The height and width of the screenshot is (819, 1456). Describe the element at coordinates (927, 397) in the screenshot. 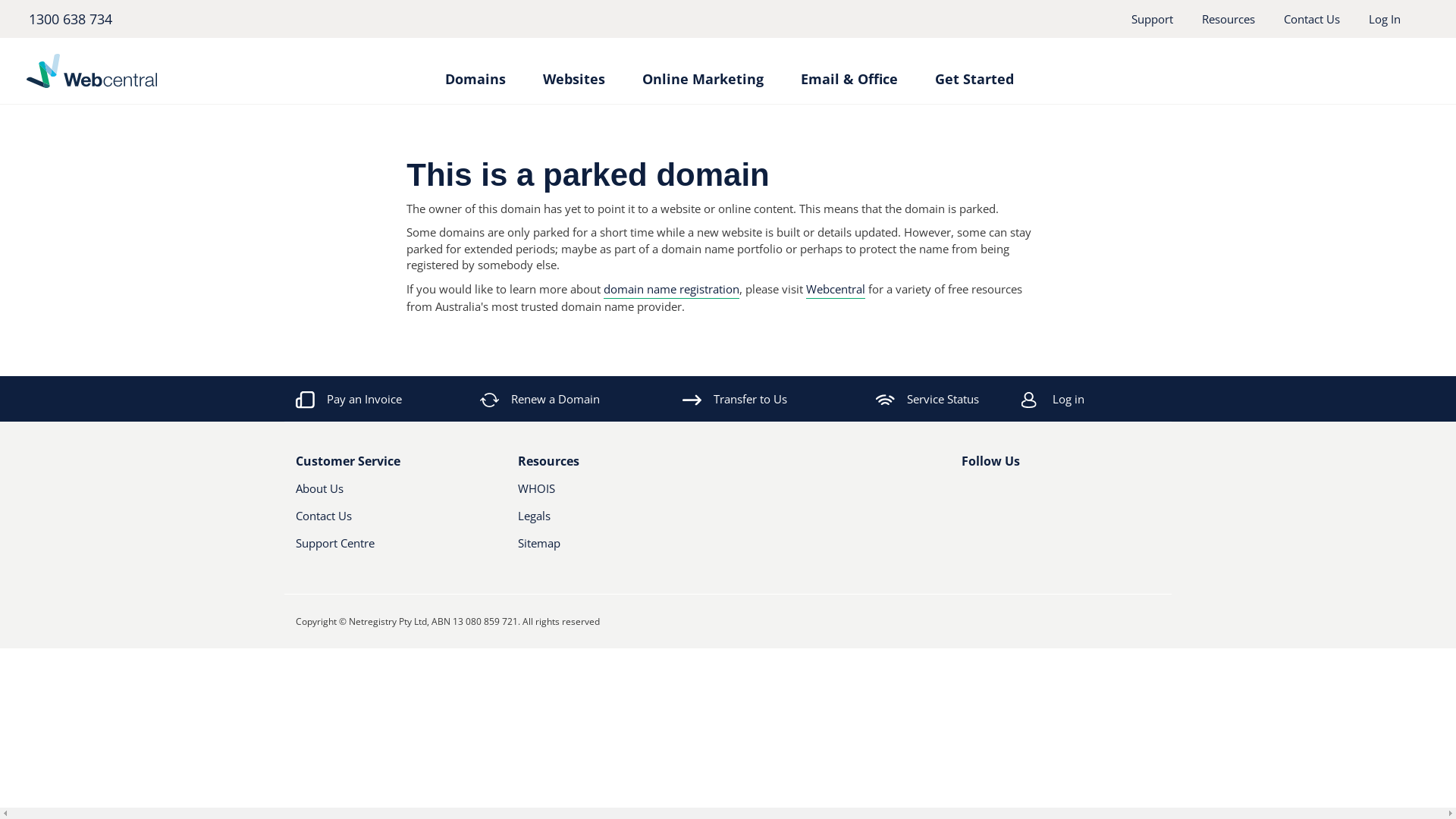

I see `'Service Status'` at that location.